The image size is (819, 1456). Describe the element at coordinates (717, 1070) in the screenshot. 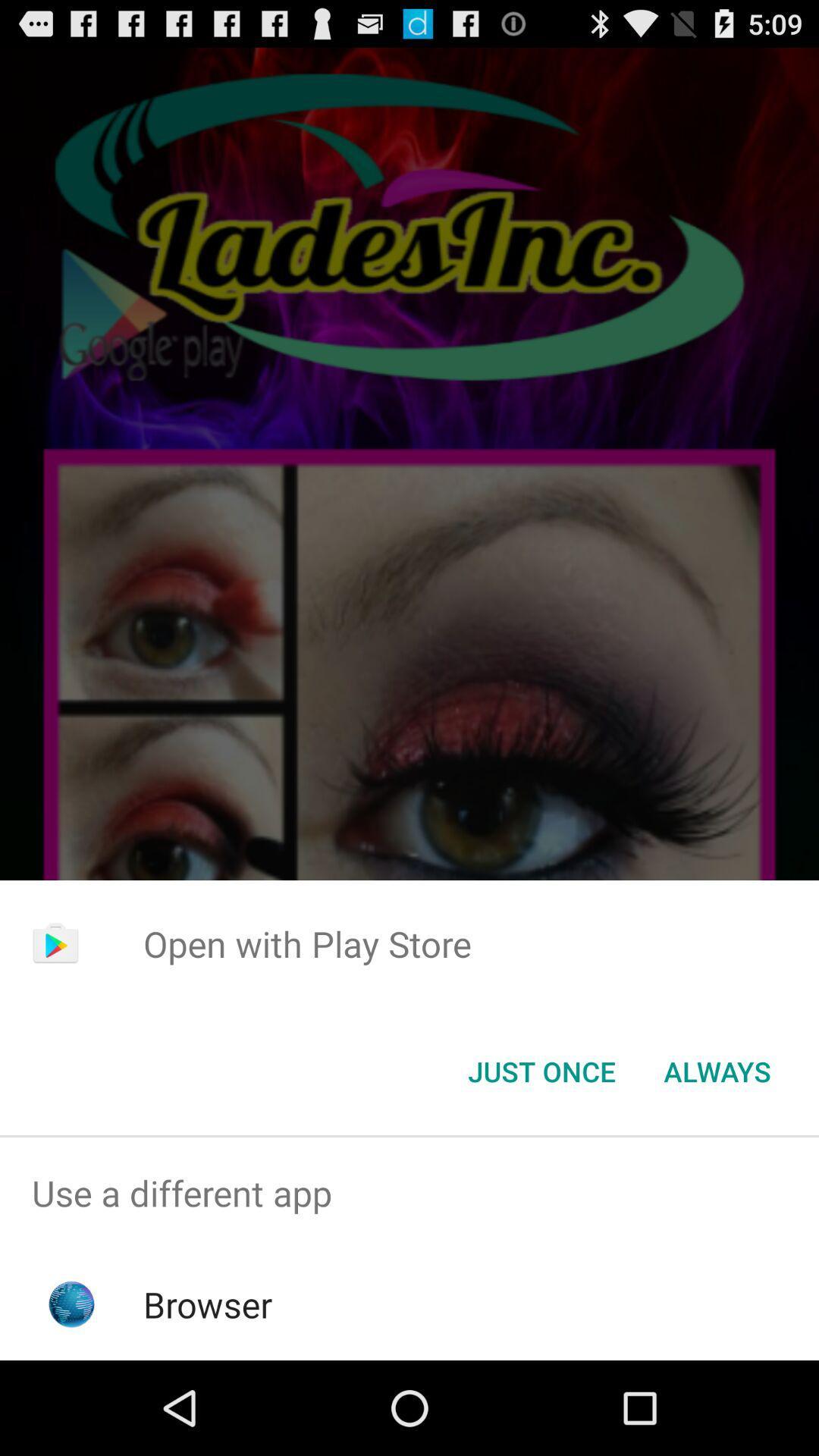

I see `the button next to the just once icon` at that location.